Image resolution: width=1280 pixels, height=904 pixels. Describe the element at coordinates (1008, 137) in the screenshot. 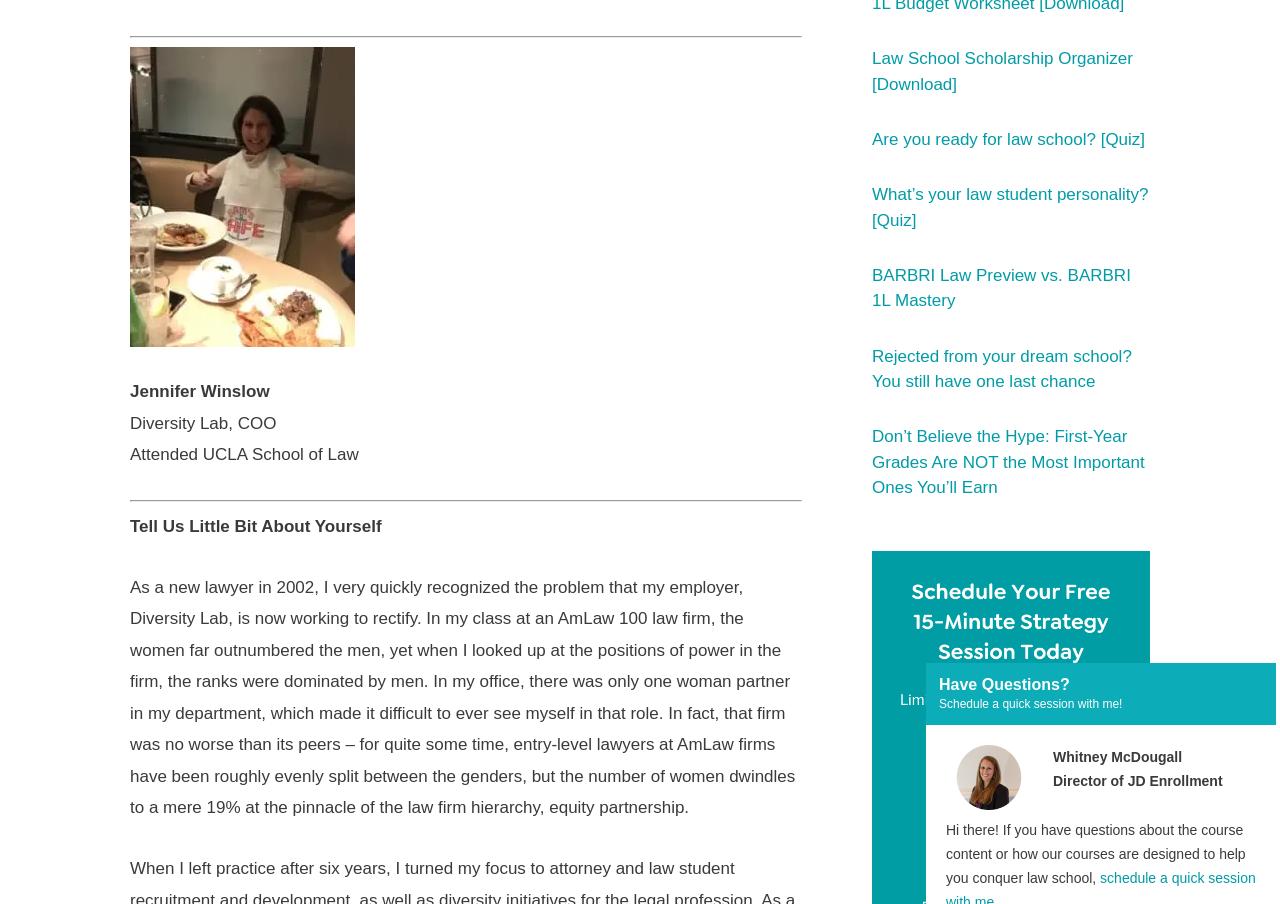

I see `'Are you ready for law school? [Quiz]'` at that location.